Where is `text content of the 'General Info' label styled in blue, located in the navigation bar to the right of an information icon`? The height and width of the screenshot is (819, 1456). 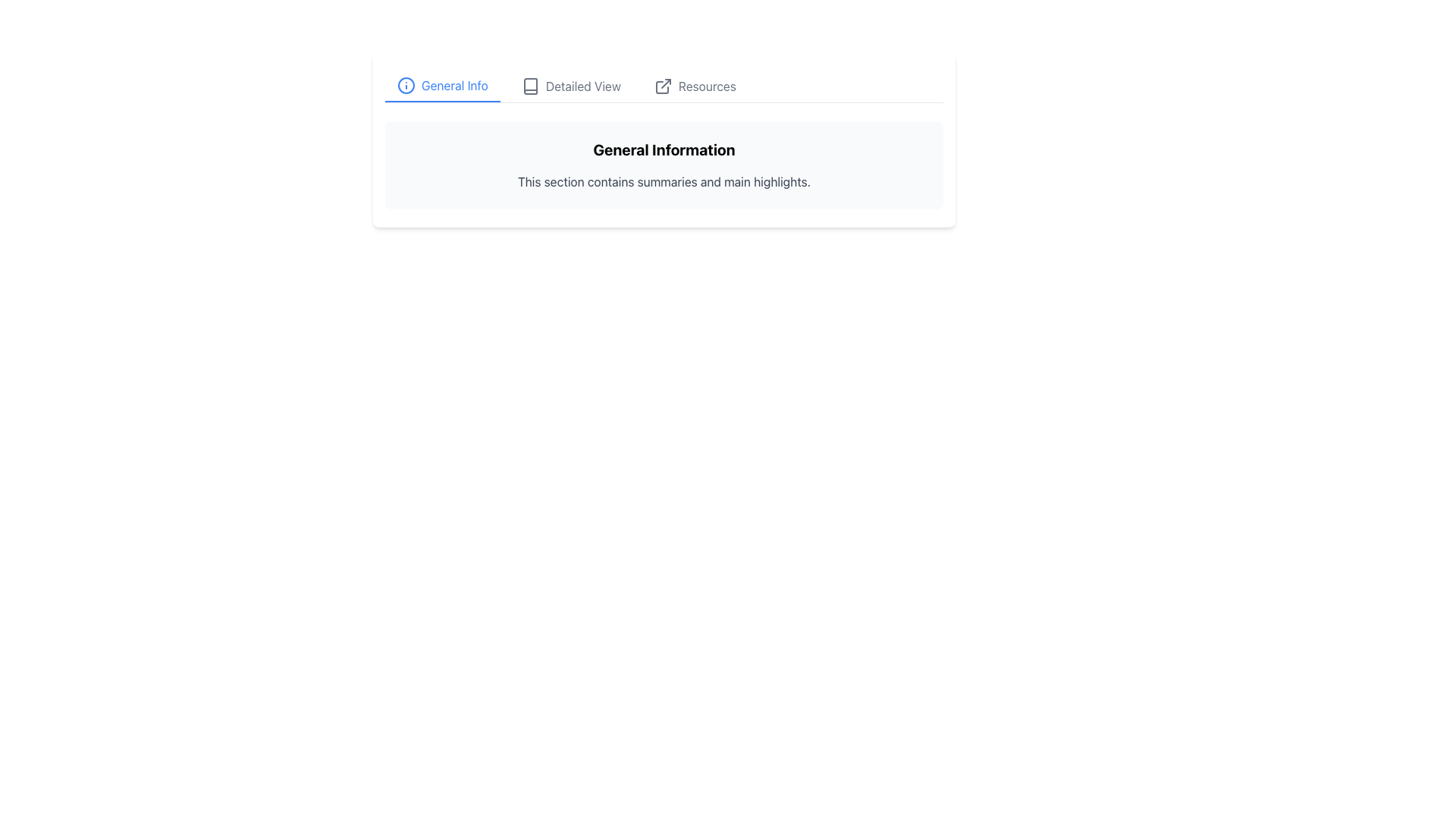
text content of the 'General Info' label styled in blue, located in the navigation bar to the right of an information icon is located at coordinates (453, 85).